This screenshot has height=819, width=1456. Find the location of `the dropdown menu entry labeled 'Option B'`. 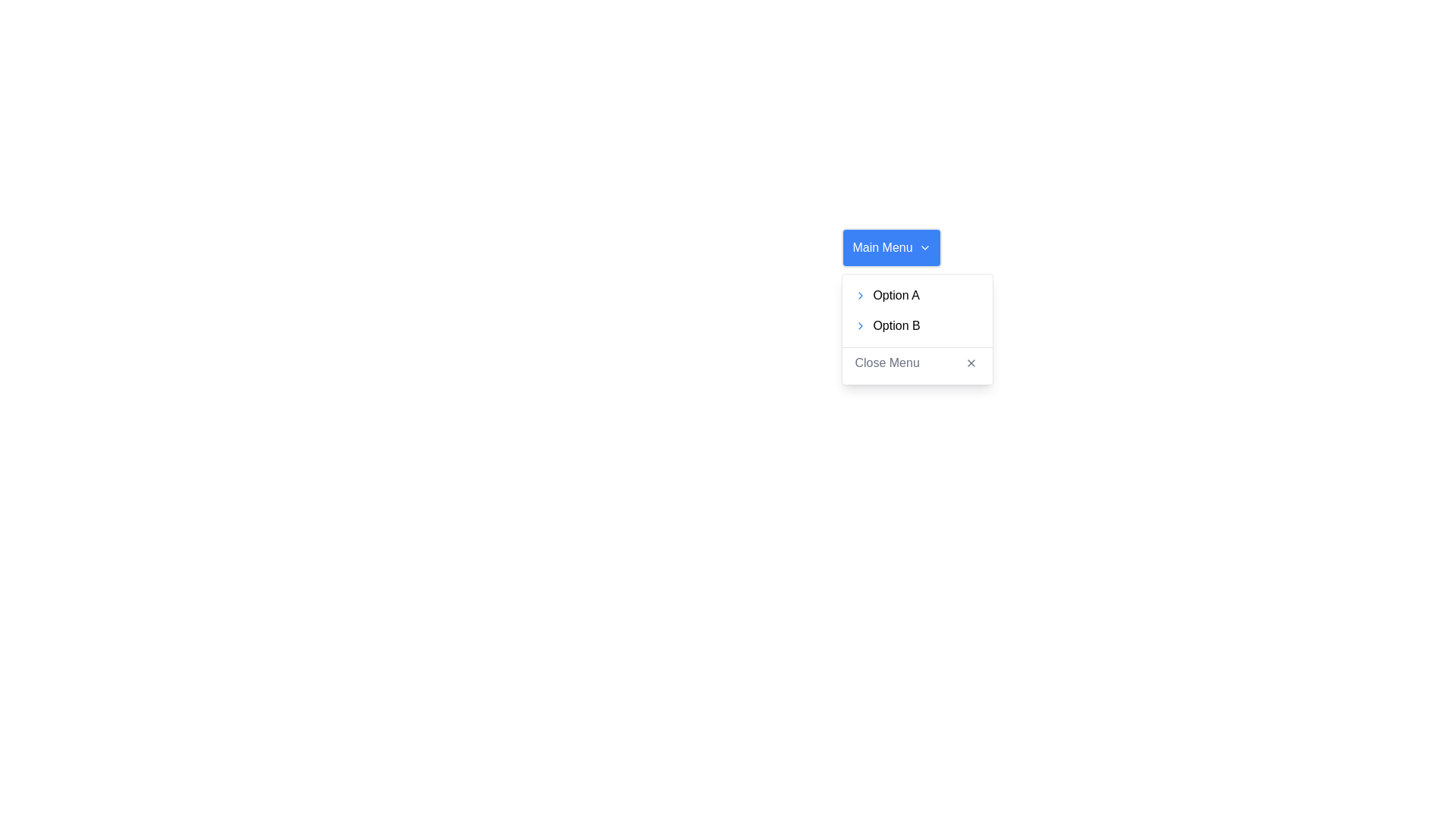

the dropdown menu entry labeled 'Option B' is located at coordinates (916, 325).